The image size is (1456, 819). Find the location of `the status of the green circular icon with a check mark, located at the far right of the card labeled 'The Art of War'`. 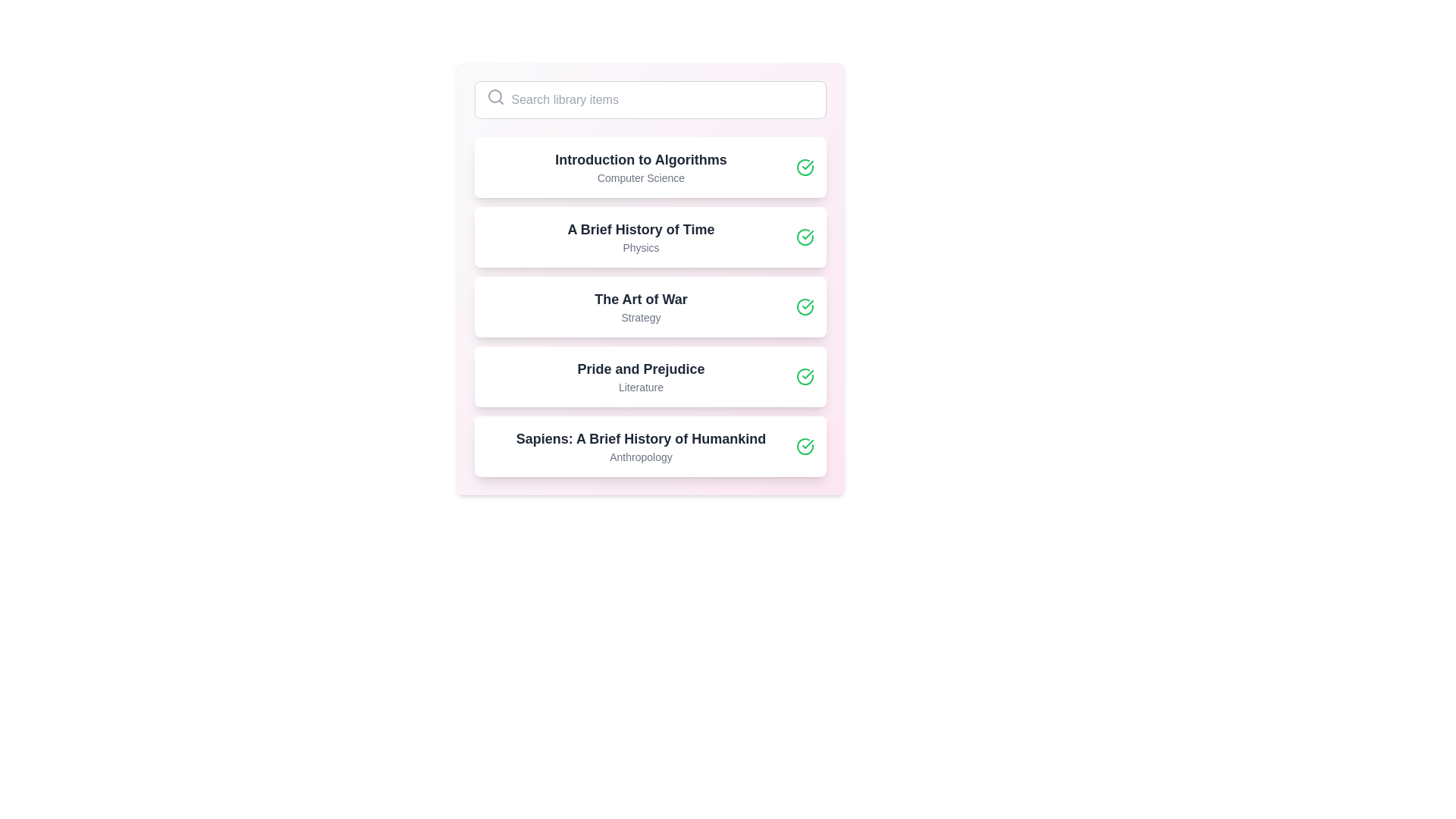

the status of the green circular icon with a check mark, located at the far right of the card labeled 'The Art of War' is located at coordinates (804, 307).